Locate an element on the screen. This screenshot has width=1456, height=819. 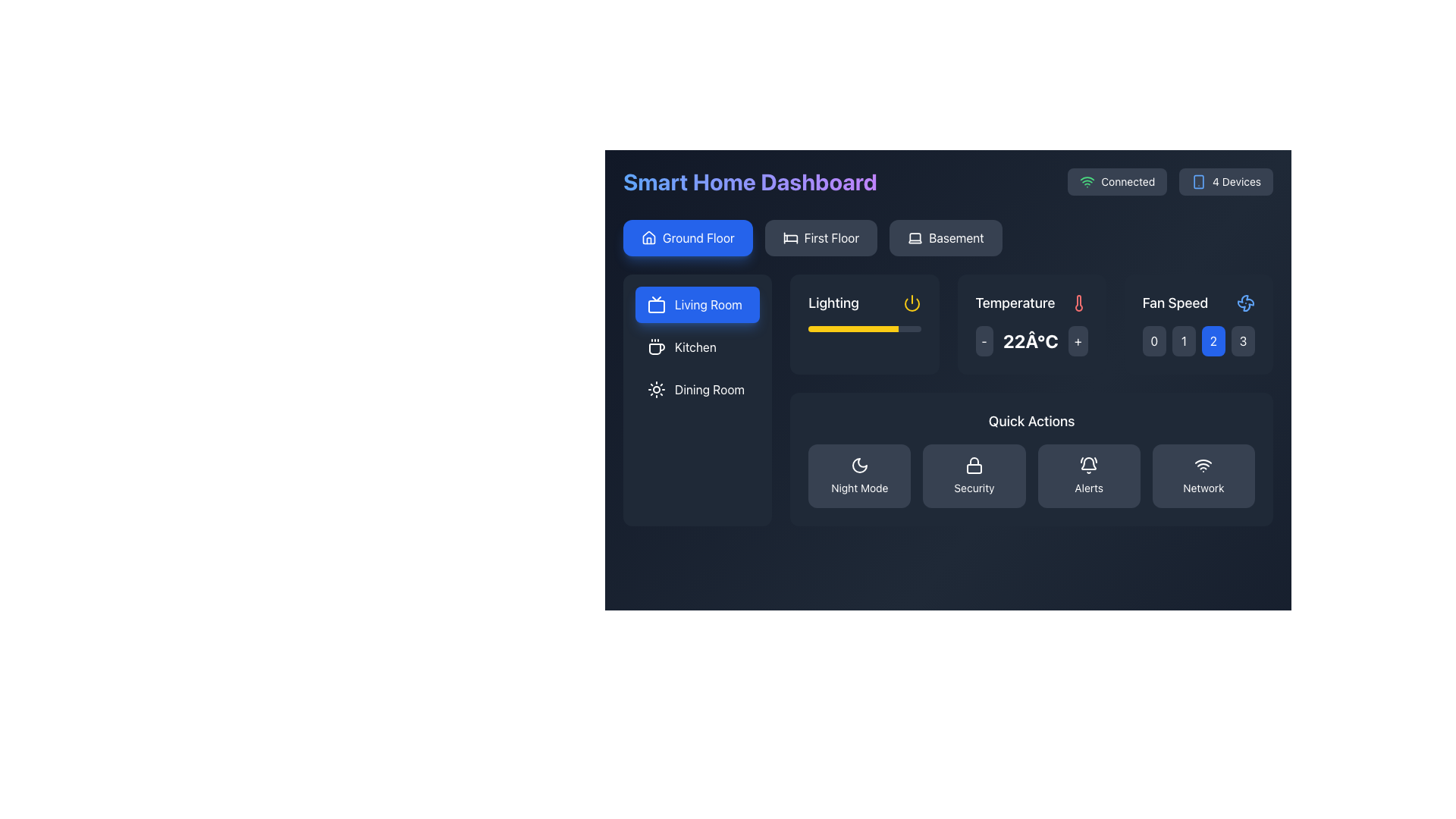
the button labeled '1' in the fan speed selection series, located under the 'Fan Speed' label in the upper-right portion of the interface, to observe the hover effect is located at coordinates (1183, 341).